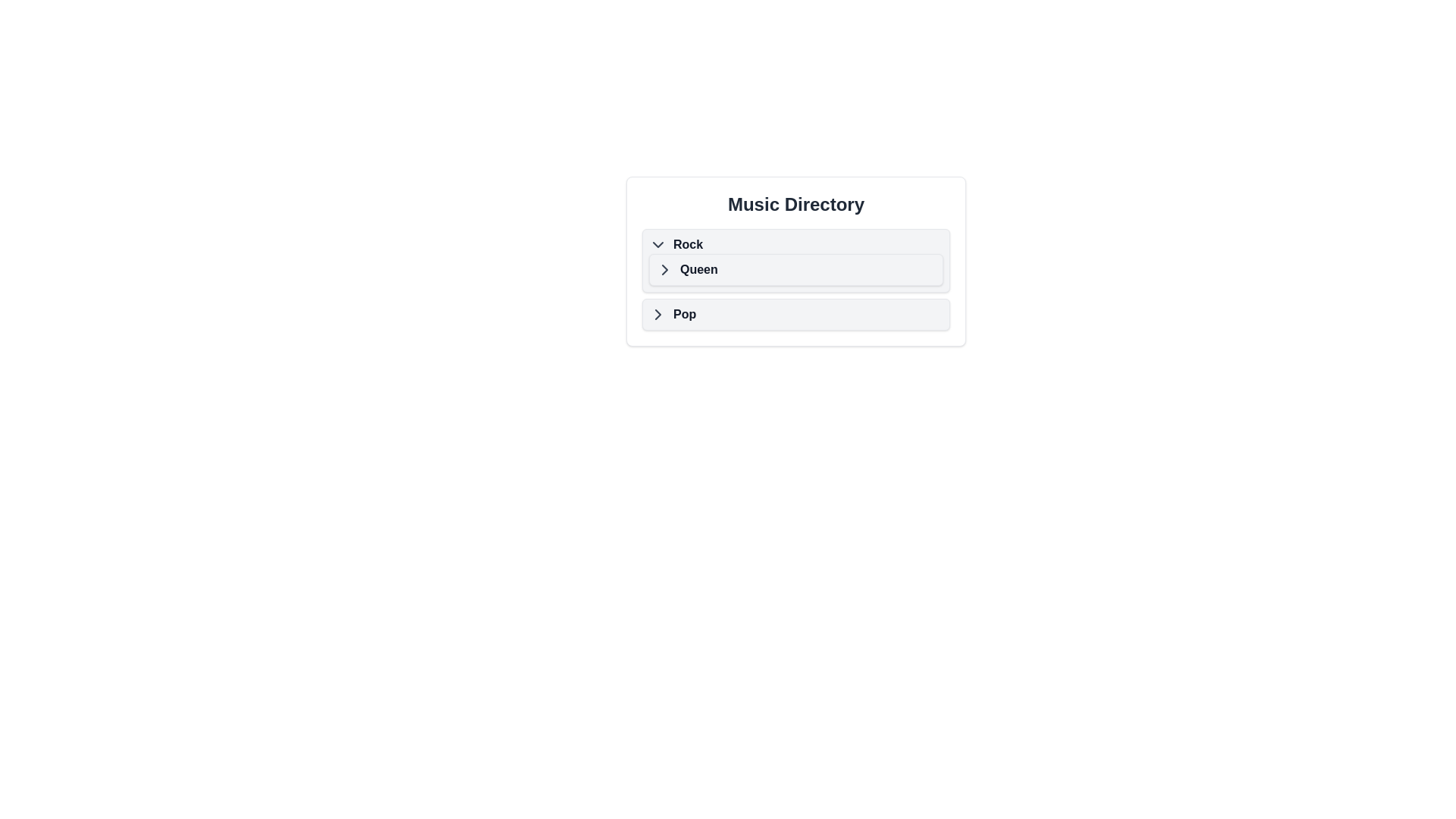  Describe the element at coordinates (665, 268) in the screenshot. I see `the right-pointing chevron icon used for navigation in the 'Rock' category under 'Music Directory', positioned to the left of the text label 'Queen'` at that location.